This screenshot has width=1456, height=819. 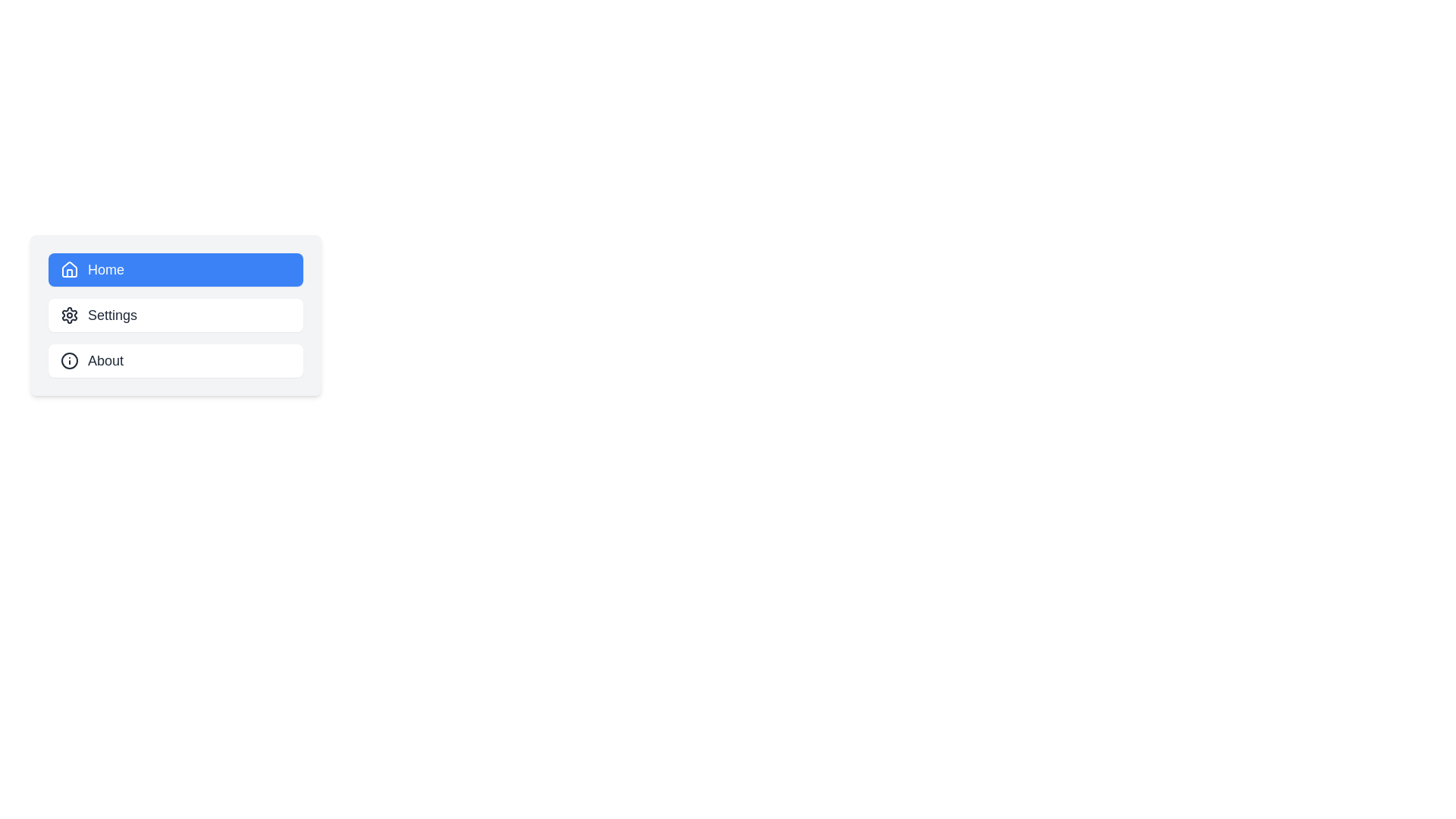 What do you see at coordinates (111, 315) in the screenshot?
I see `the 'Settings' label in the vertical navigation menu, which is positioned to the right of the cogwheel icon and follows the 'Home' label` at bounding box center [111, 315].